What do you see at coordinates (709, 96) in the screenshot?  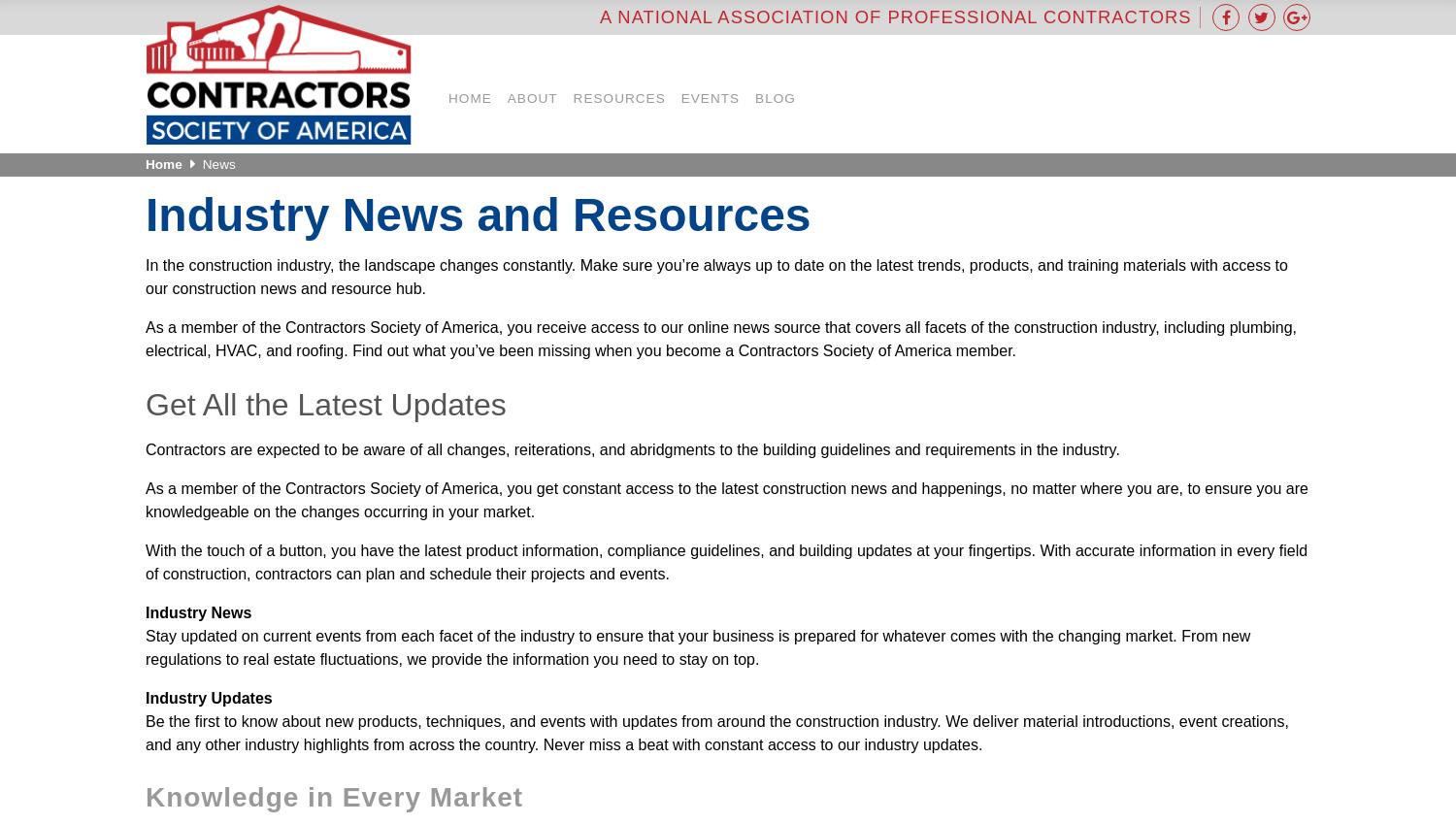 I see `'Events'` at bounding box center [709, 96].